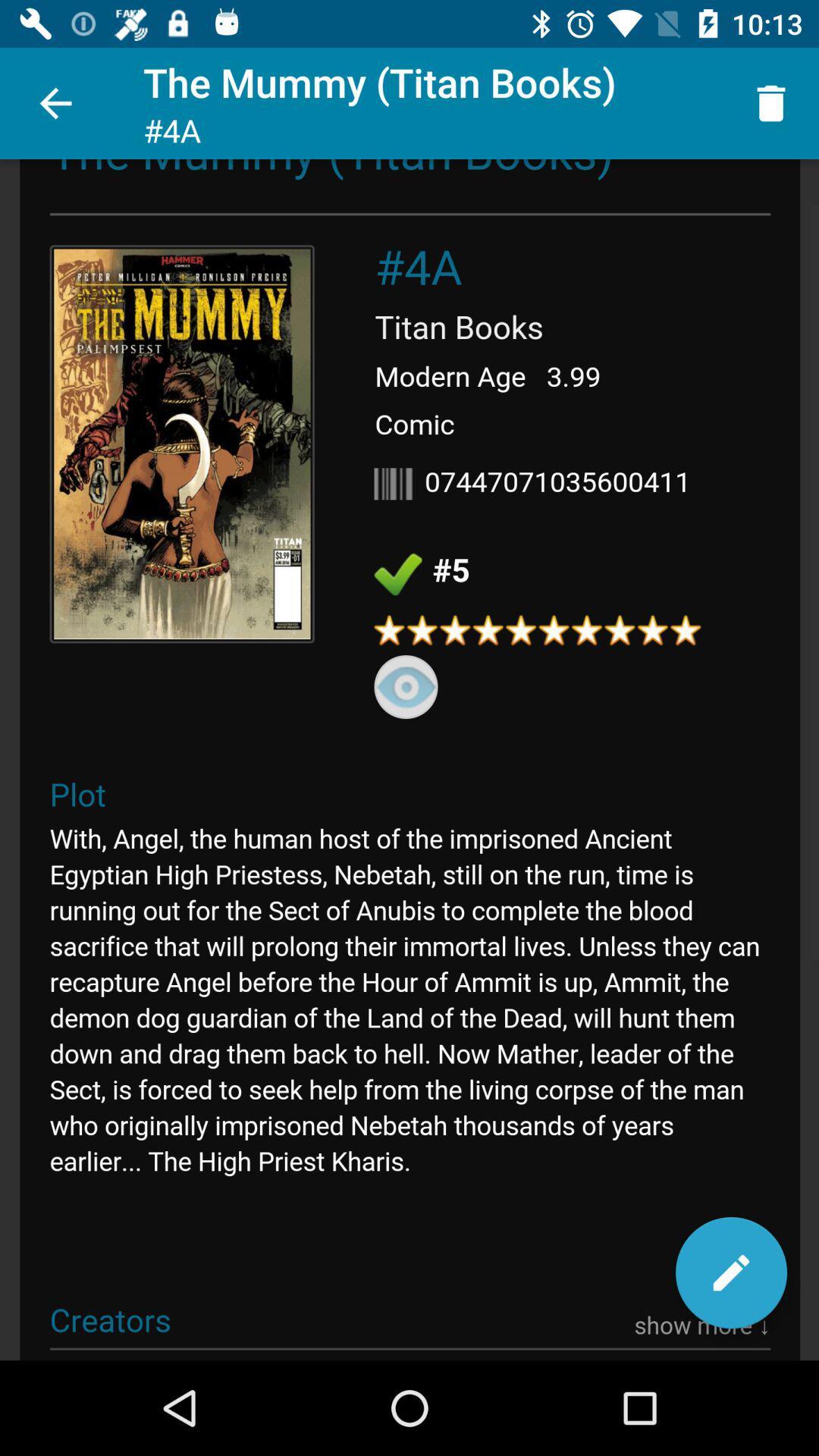 This screenshot has width=819, height=1456. I want to click on icon to the right of the mummy titan, so click(771, 102).